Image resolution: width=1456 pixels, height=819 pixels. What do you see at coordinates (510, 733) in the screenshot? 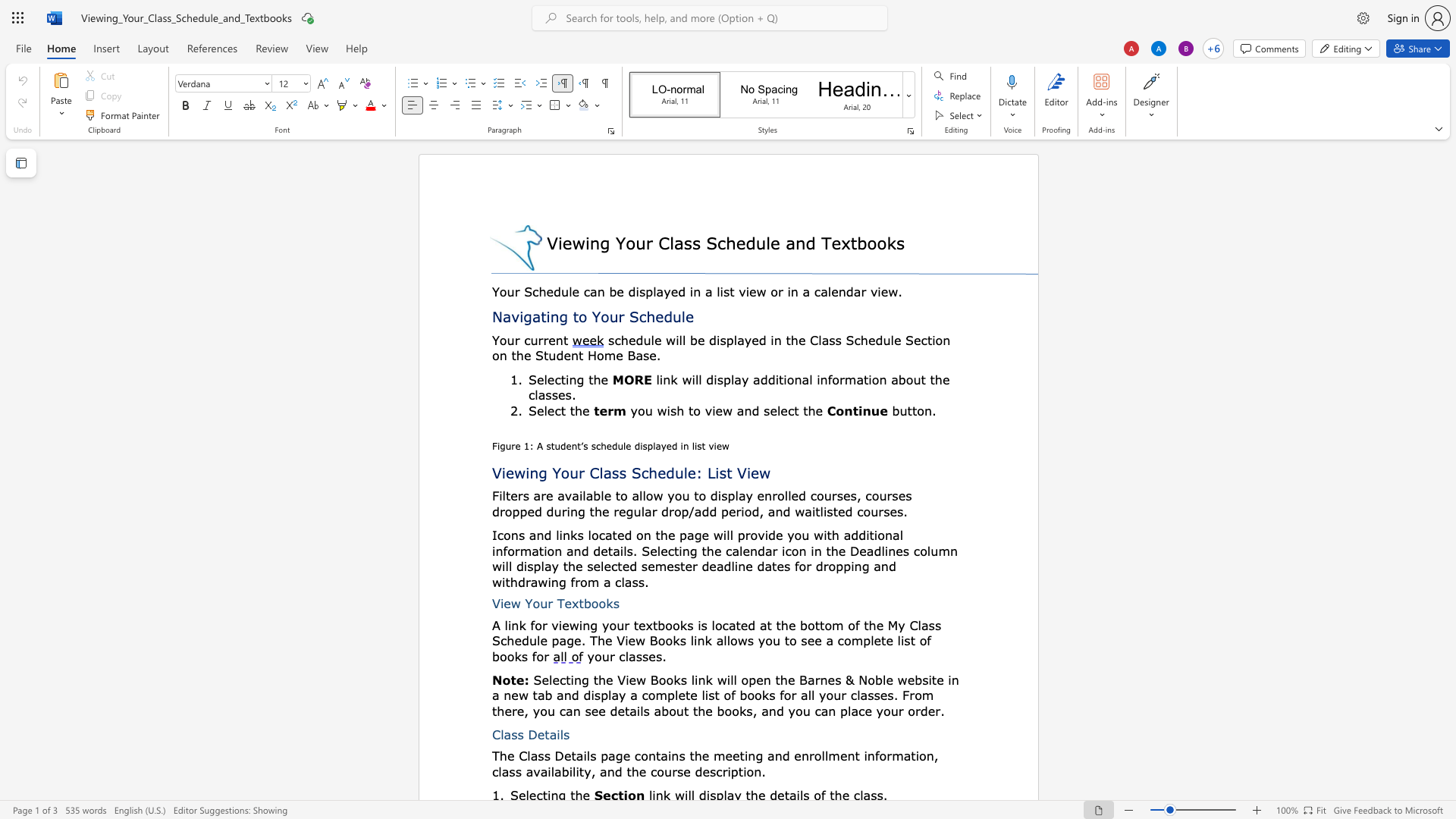
I see `the space between the continuous character "a" and "s" in the text` at bounding box center [510, 733].